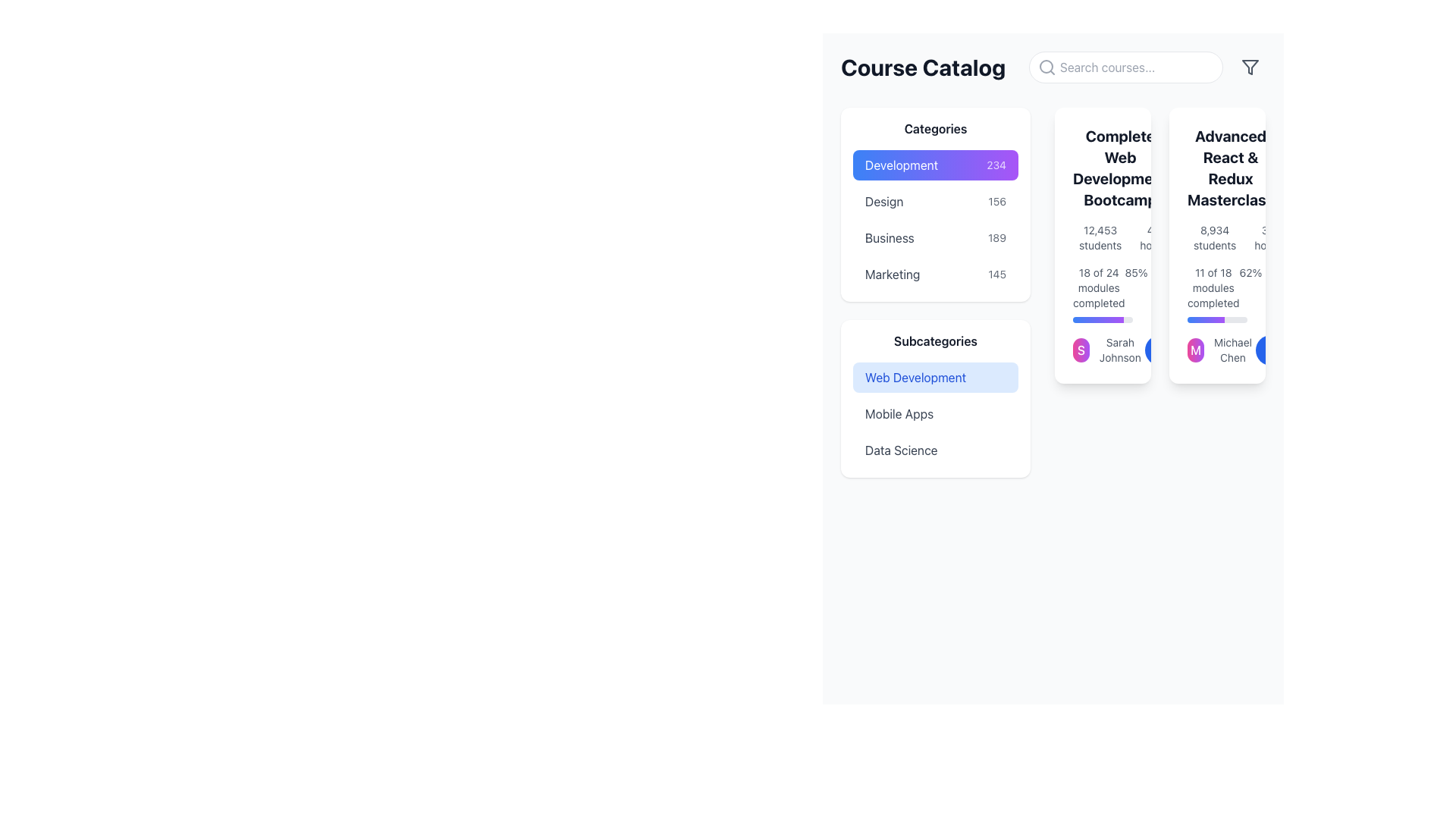 This screenshot has width=1456, height=819. I want to click on displayed text 'Michael Chen' from the label located at the bottom-right corner of the card labeled 'Advanced React & Redux Masterclass', positioned to the right of a circular icon and below a progress bar, so click(1233, 350).